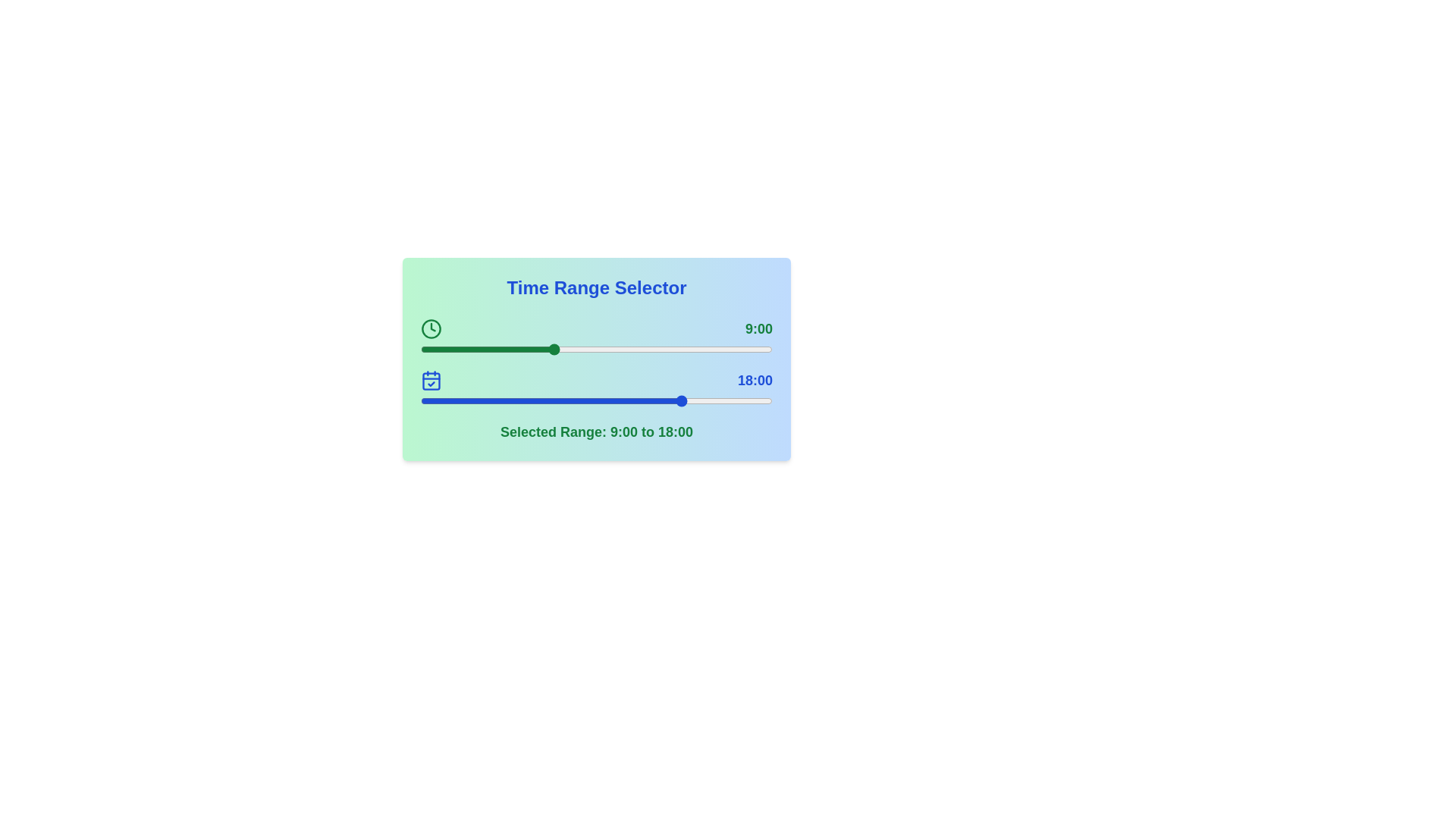 The image size is (1456, 819). I want to click on time range, so click(669, 400).